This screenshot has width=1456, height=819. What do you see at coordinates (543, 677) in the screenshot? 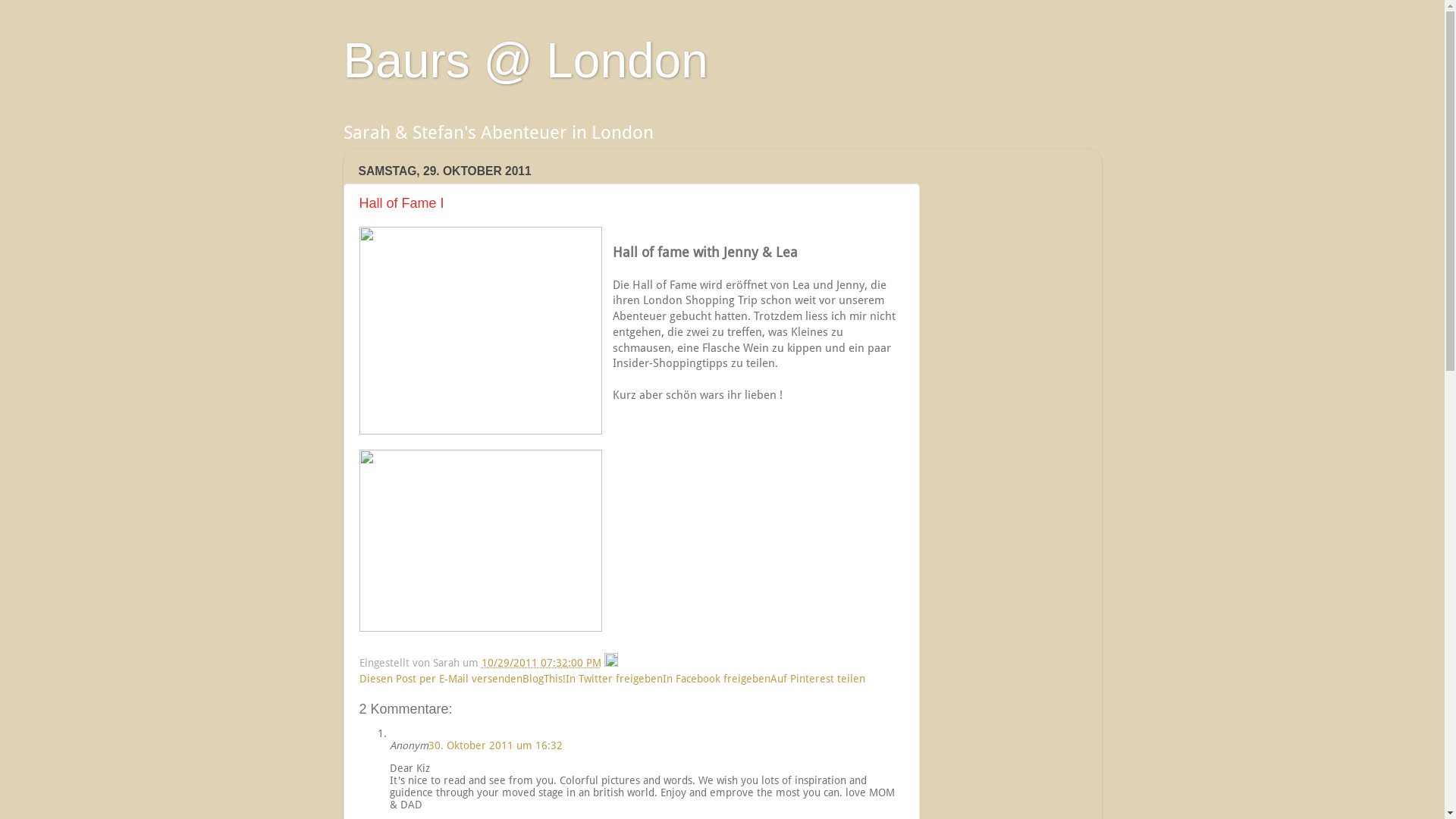
I see `'BlogThis!'` at bounding box center [543, 677].